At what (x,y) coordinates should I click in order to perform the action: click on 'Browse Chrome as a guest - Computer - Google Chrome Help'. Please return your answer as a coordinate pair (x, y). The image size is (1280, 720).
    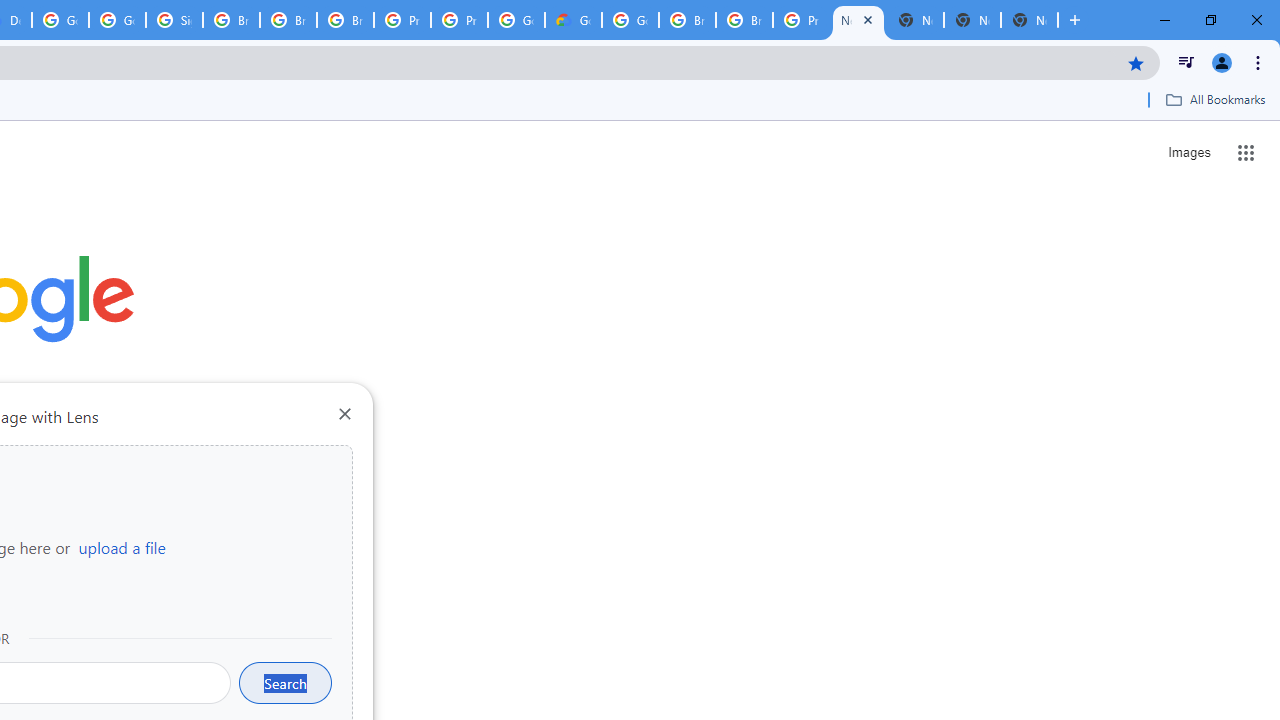
    Looking at the image, I should click on (687, 20).